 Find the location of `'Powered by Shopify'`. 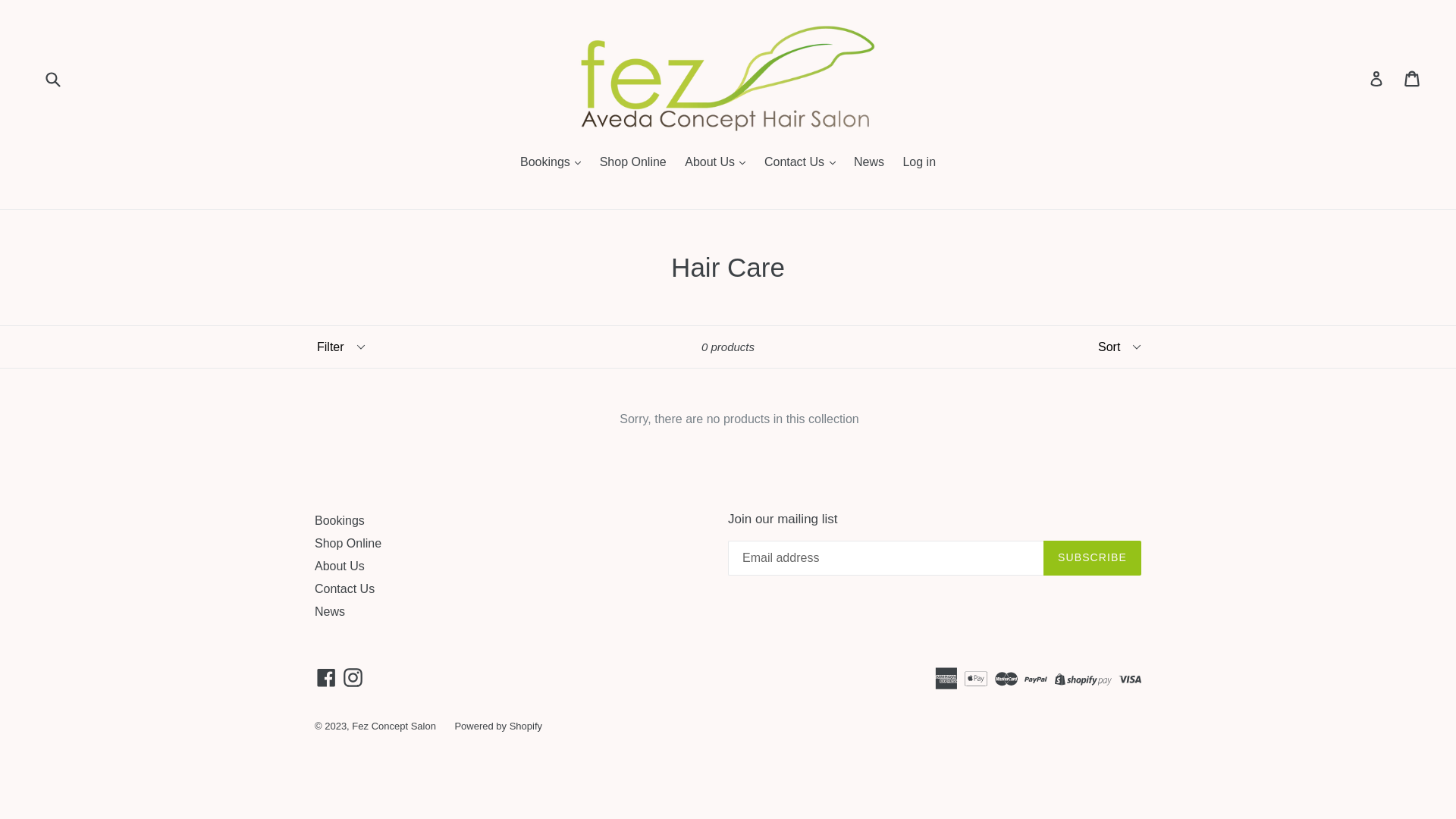

'Powered by Shopify' is located at coordinates (453, 725).